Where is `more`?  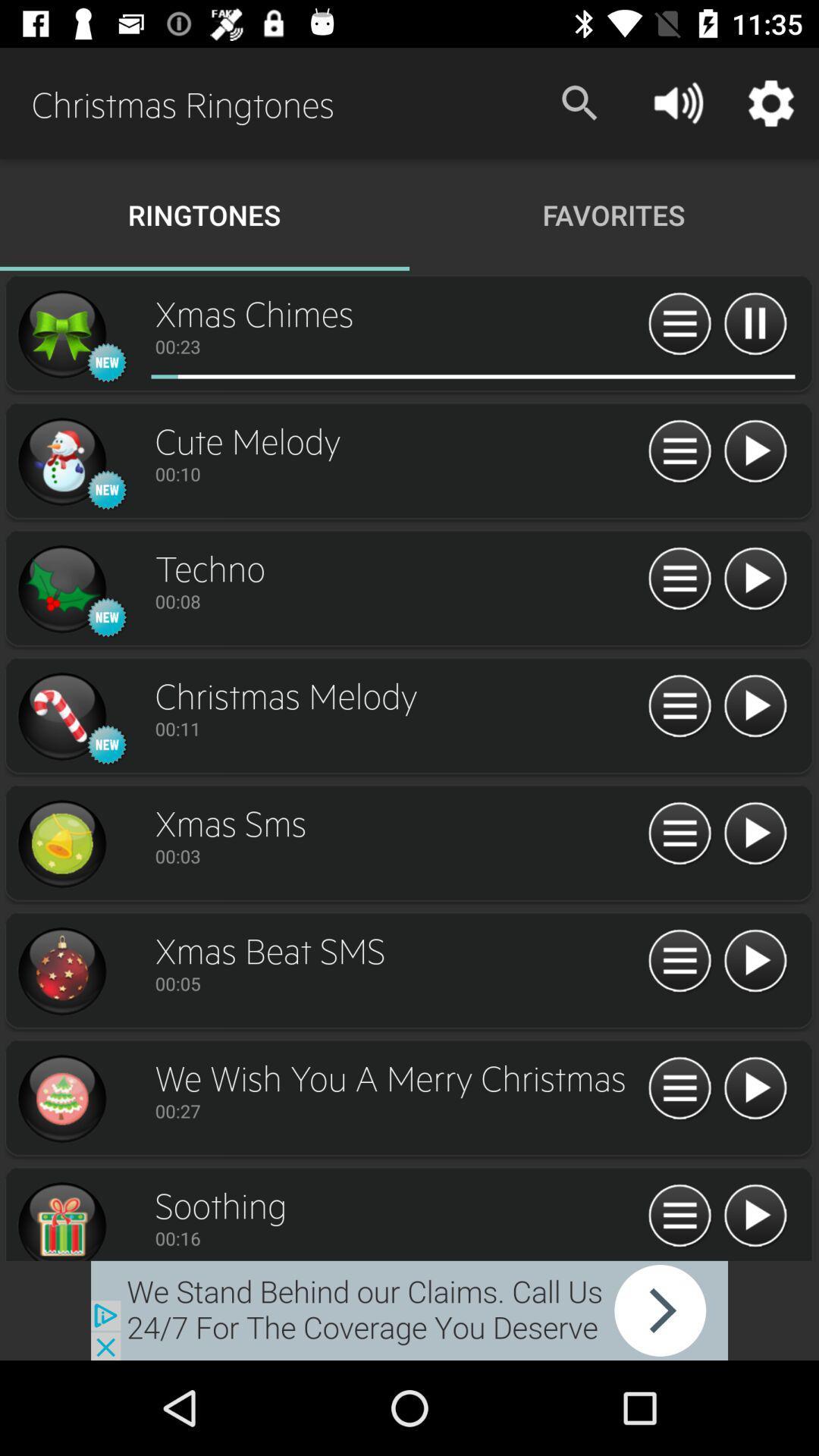
more is located at coordinates (755, 324).